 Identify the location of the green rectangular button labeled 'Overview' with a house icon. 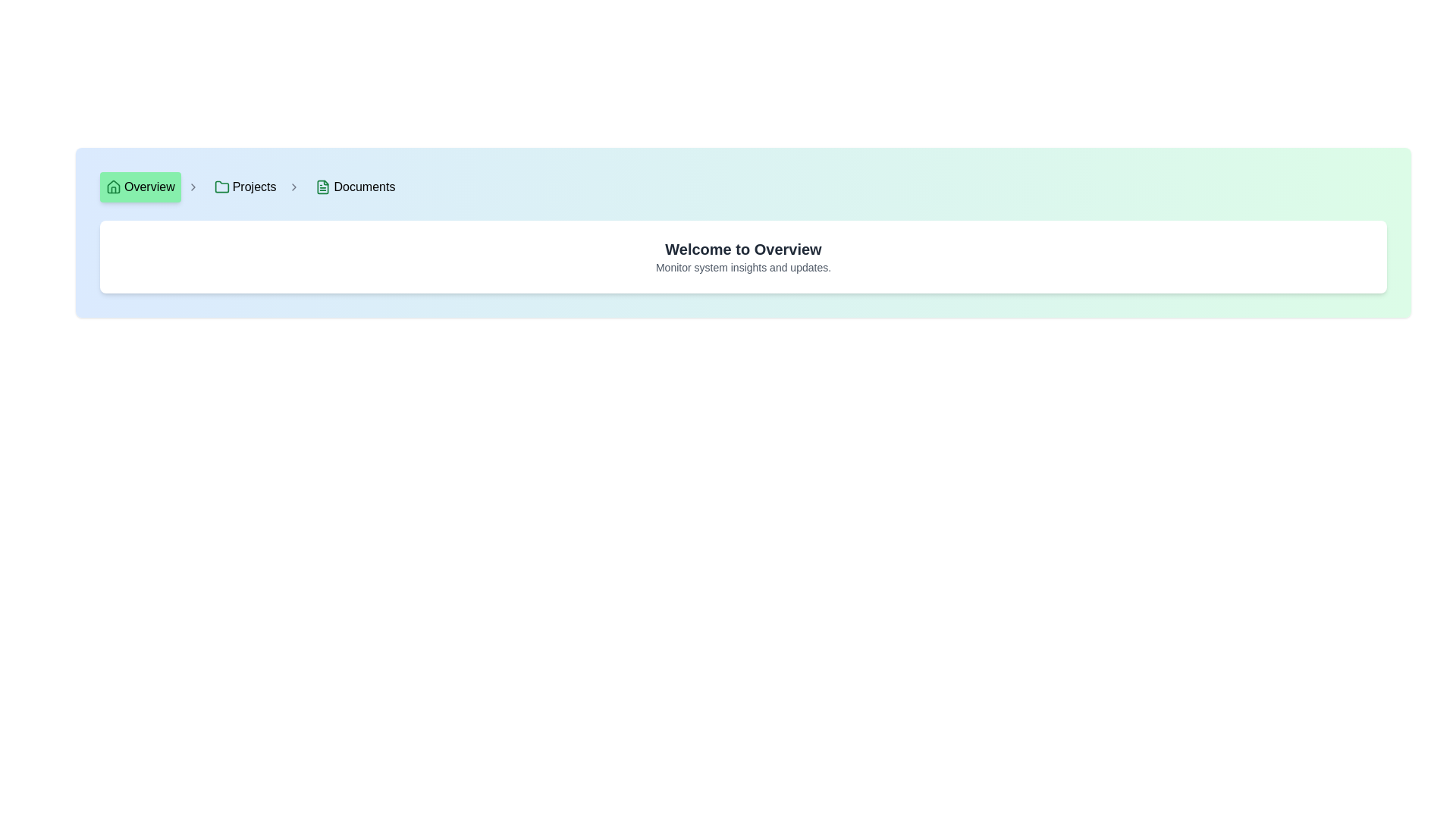
(149, 186).